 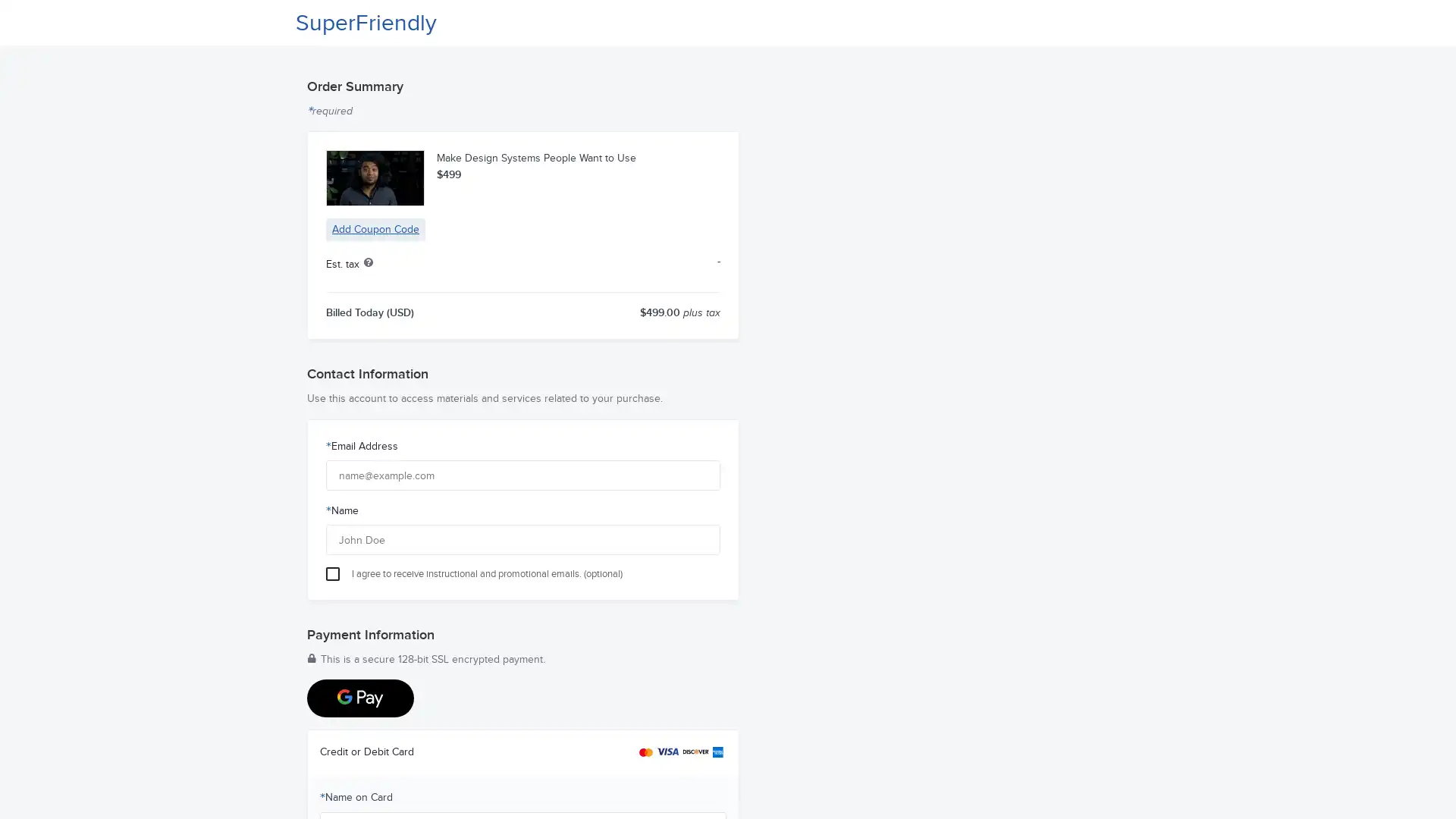 I want to click on Google Pay, so click(x=359, y=698).